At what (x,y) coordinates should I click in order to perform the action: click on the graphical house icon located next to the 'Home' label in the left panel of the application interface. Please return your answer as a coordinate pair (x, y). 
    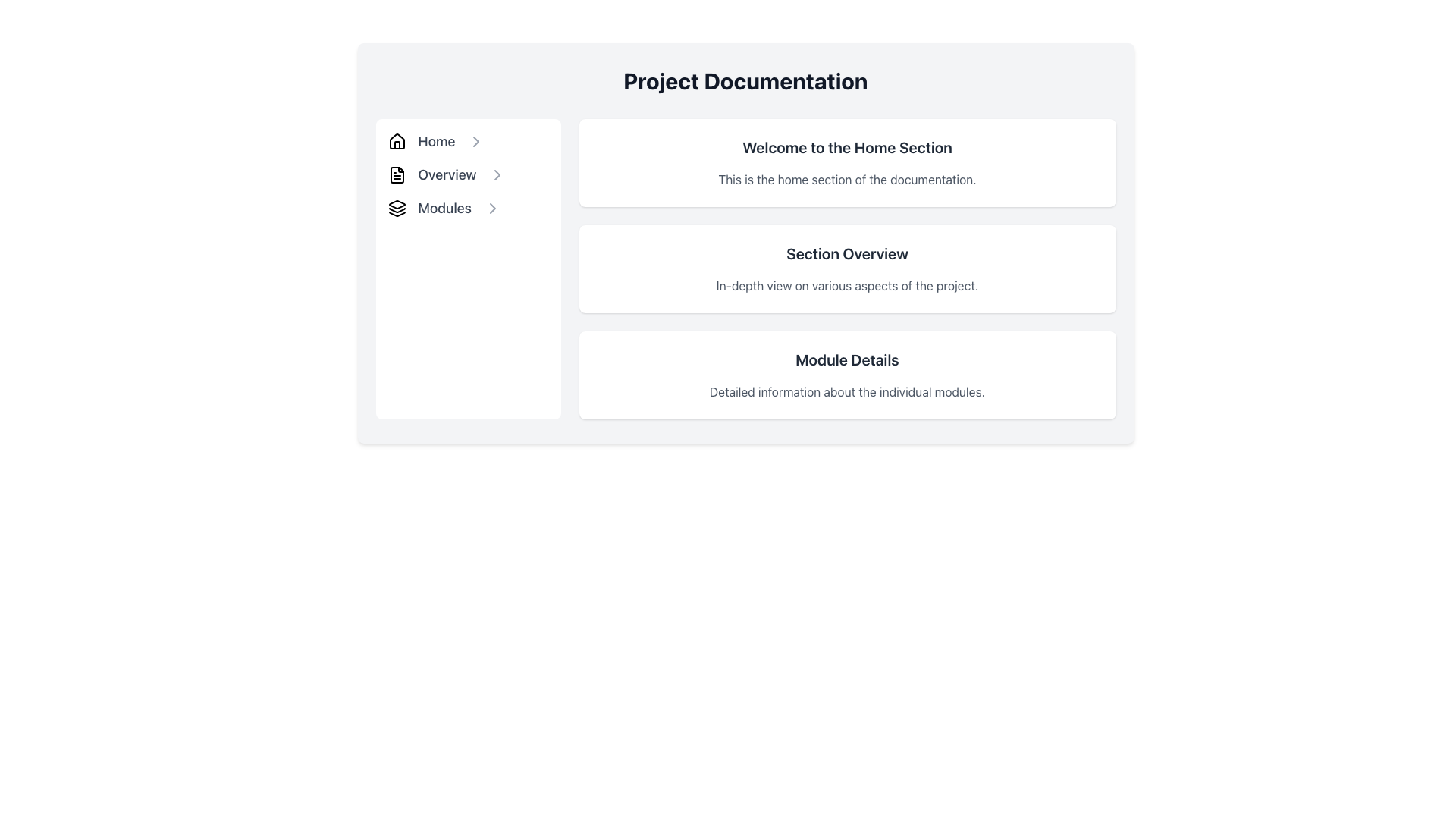
    Looking at the image, I should click on (397, 141).